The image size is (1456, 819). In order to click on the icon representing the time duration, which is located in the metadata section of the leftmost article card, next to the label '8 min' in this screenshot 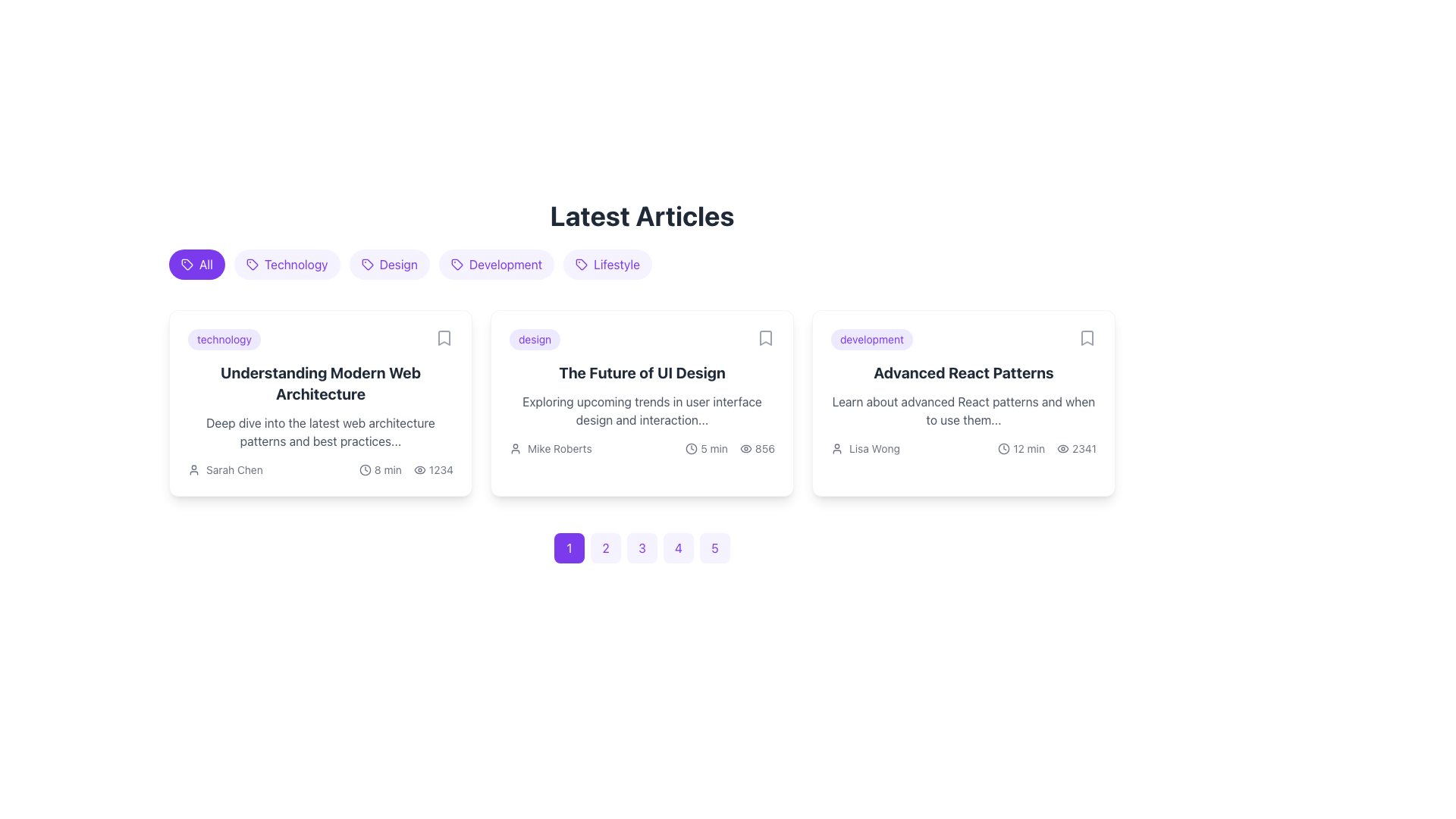, I will do `click(365, 469)`.